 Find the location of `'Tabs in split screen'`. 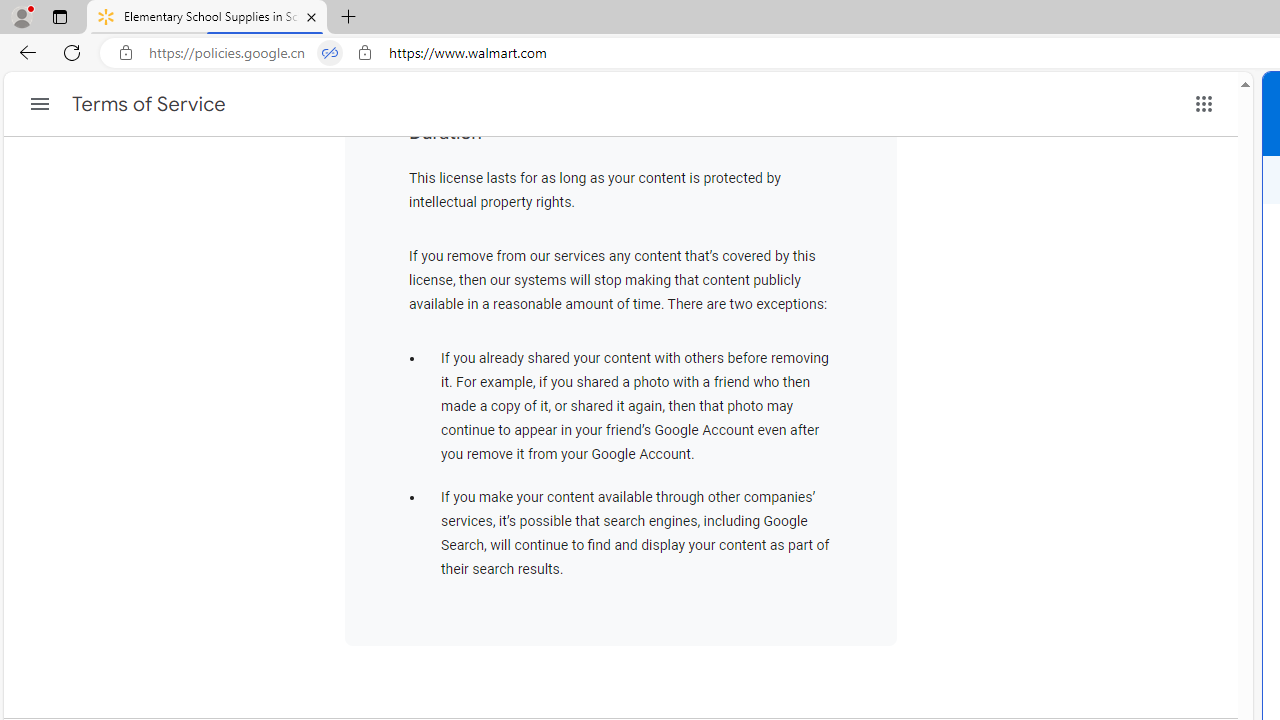

'Tabs in split screen' is located at coordinates (330, 52).